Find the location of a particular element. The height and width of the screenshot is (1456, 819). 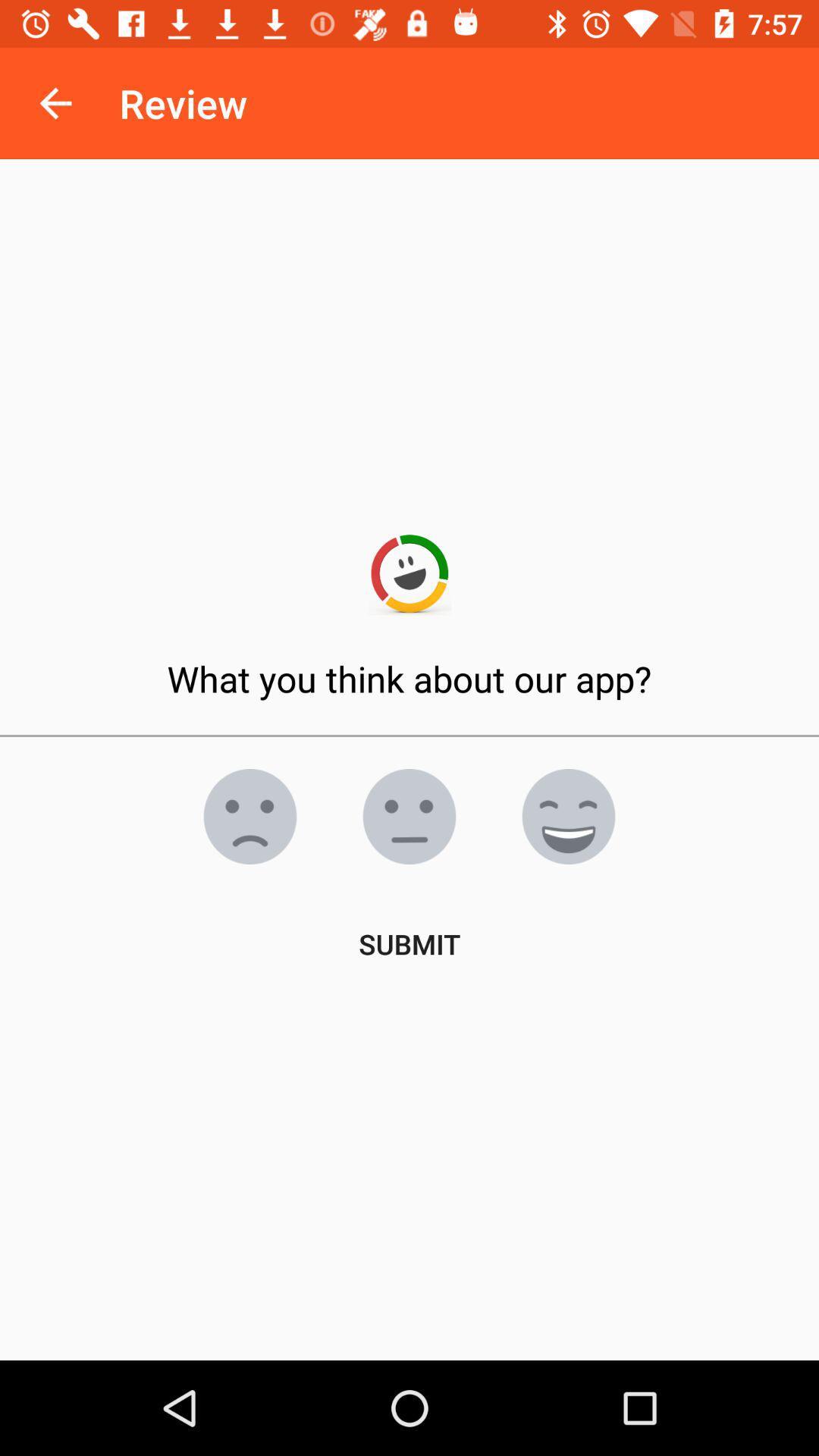

the emoji icon is located at coordinates (568, 815).